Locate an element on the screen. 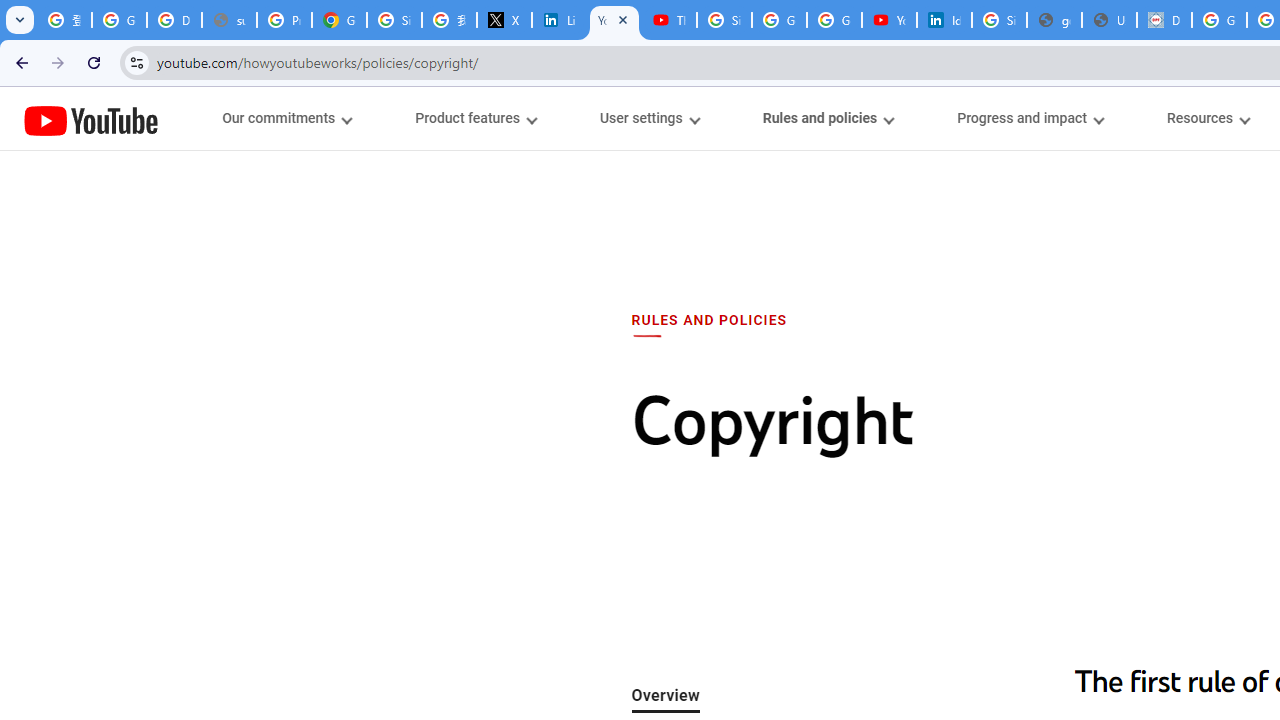 The width and height of the screenshot is (1280, 720). 'support.google.com - Network error' is located at coordinates (229, 20).